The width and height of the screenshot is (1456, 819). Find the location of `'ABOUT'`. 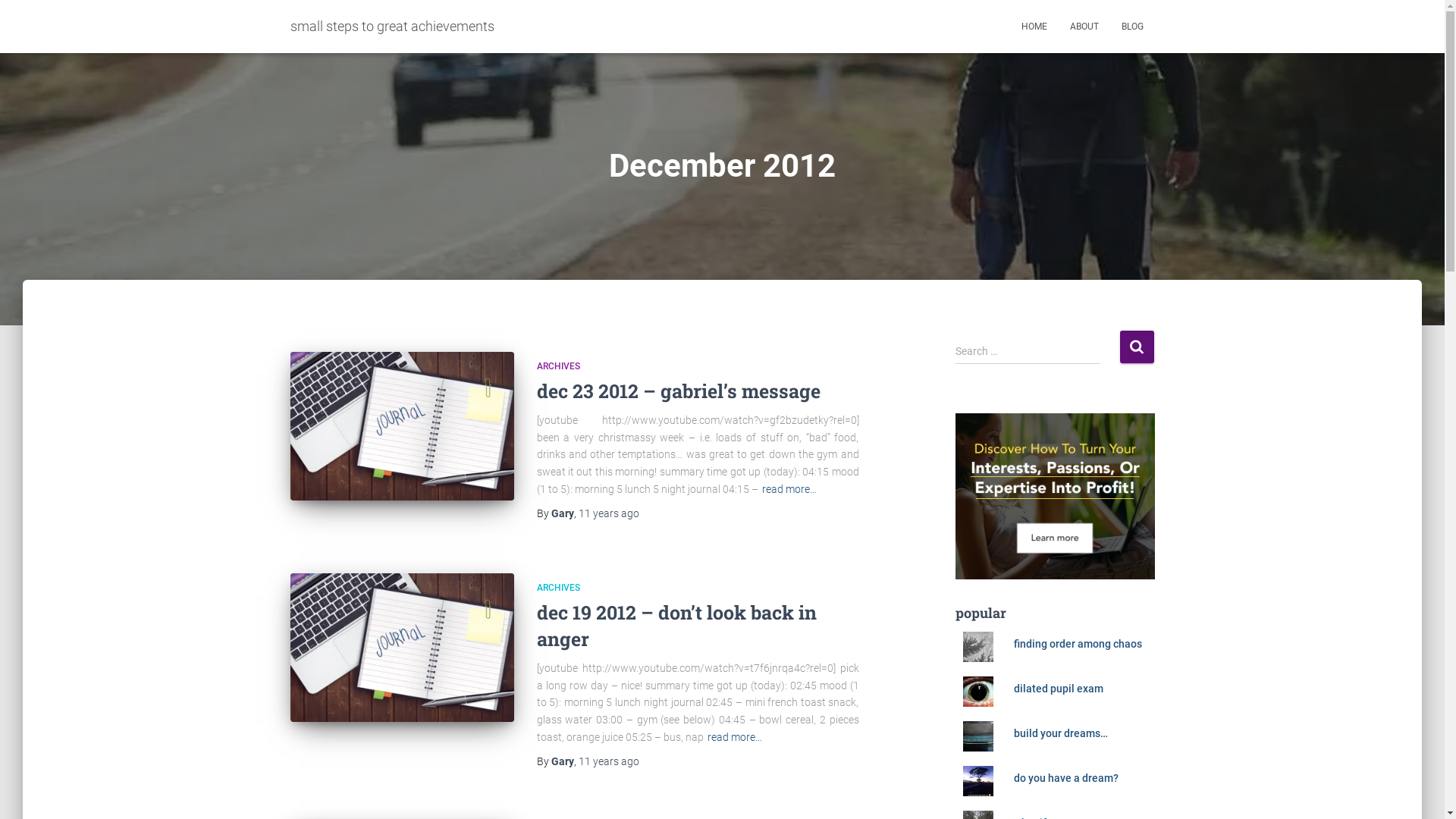

'ABOUT' is located at coordinates (1084, 26).